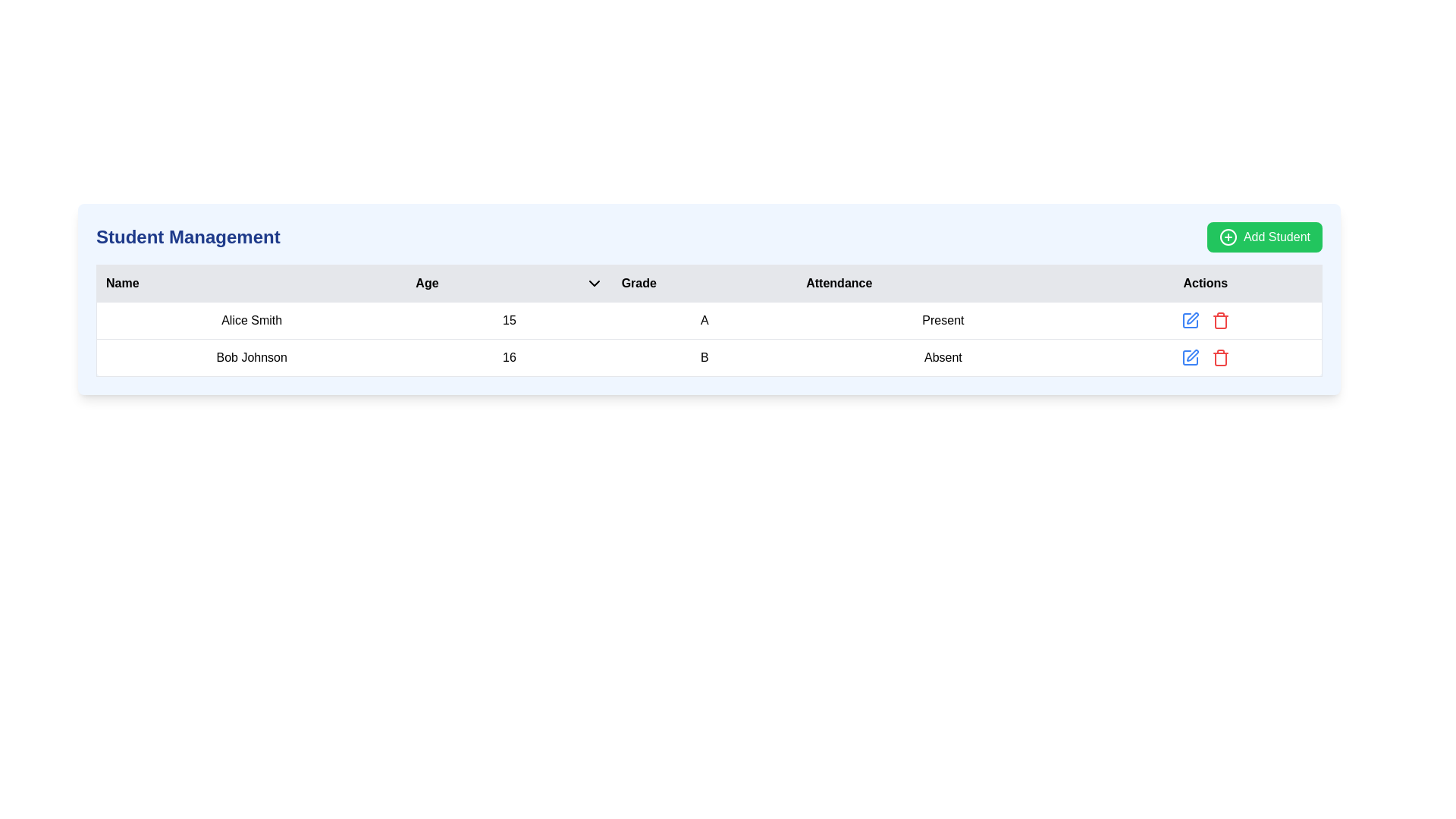  What do you see at coordinates (1189, 320) in the screenshot?
I see `the pencil icon button in the 'Actions' column of the first row of the table` at bounding box center [1189, 320].